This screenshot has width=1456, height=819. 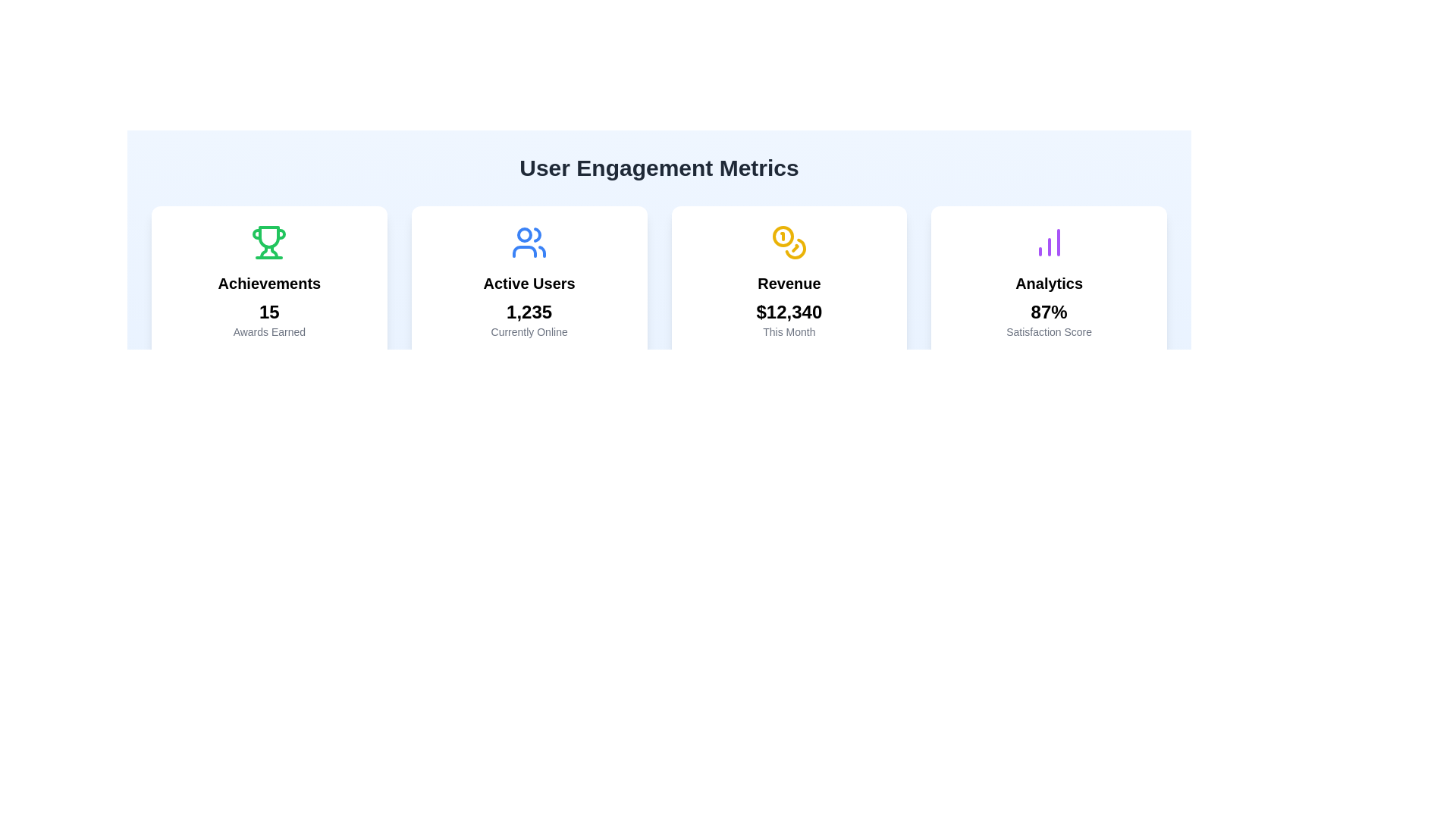 What do you see at coordinates (264, 251) in the screenshot?
I see `the left side of the base and handle of the green trophy SVG icon within the 'Achievements' card, which is part of the 'User Engagement Metrics' section` at bounding box center [264, 251].